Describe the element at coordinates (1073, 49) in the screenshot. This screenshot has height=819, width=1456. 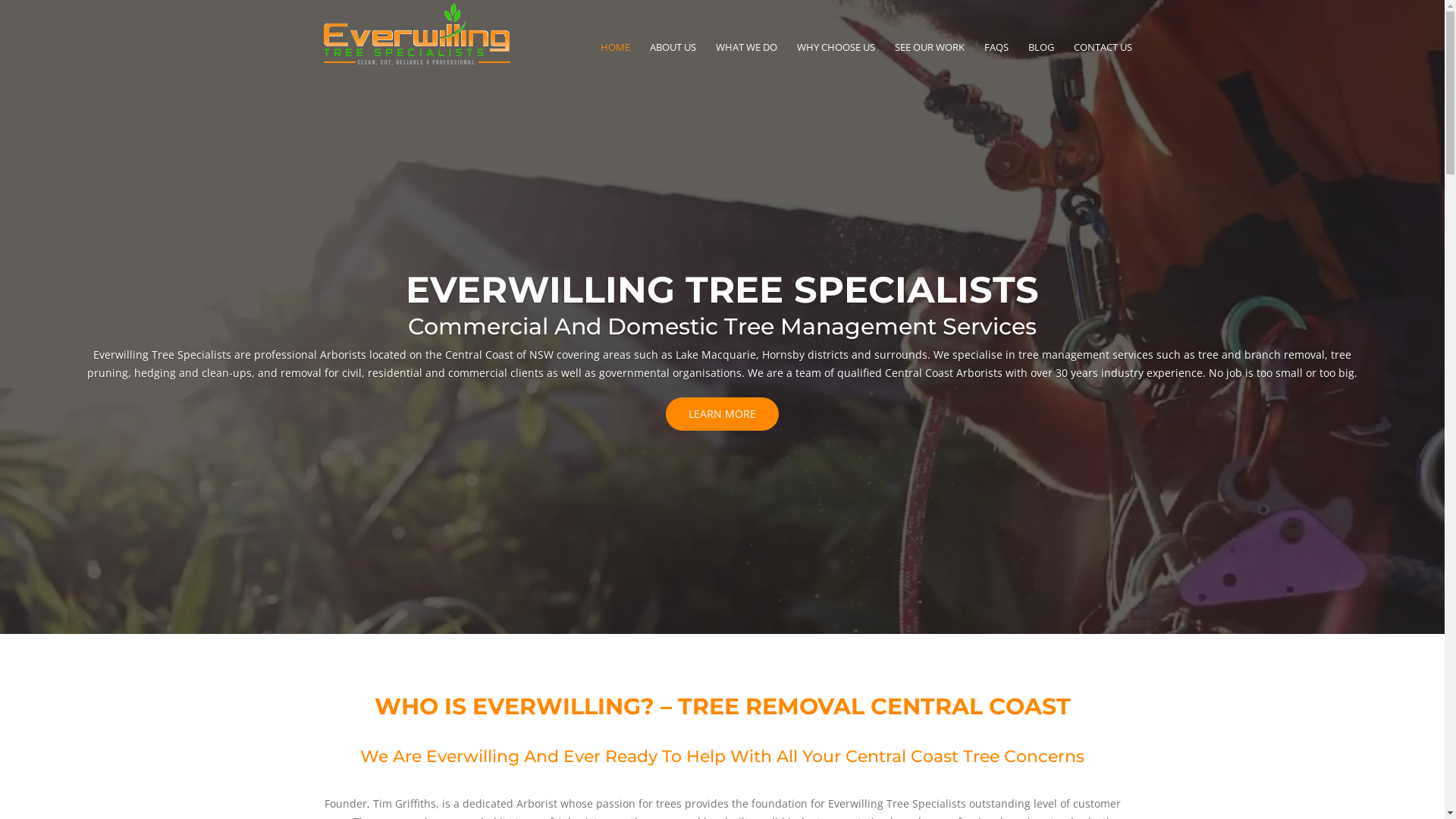
I see `'CONTACT US'` at that location.